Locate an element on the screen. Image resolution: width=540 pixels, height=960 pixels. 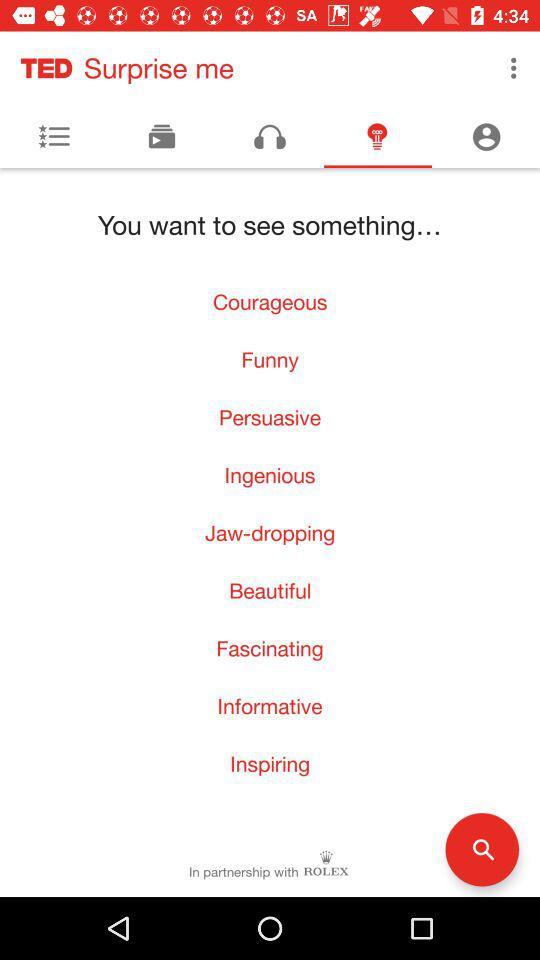
the search icon is located at coordinates (481, 848).